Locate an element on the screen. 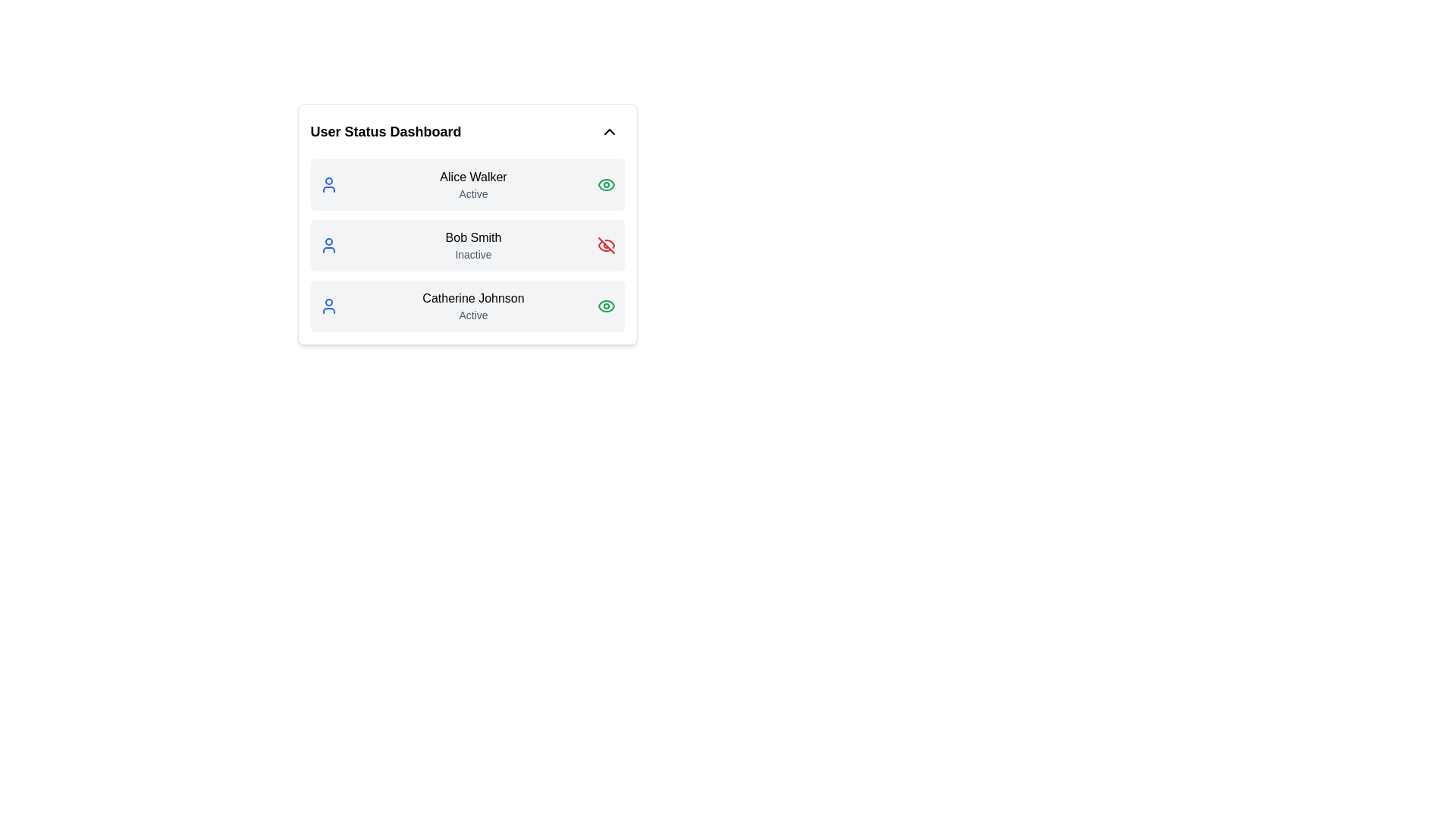  the Status label indicating 'Alice Walker' is active, located beneath the name label in the user status dashboard is located at coordinates (472, 193).